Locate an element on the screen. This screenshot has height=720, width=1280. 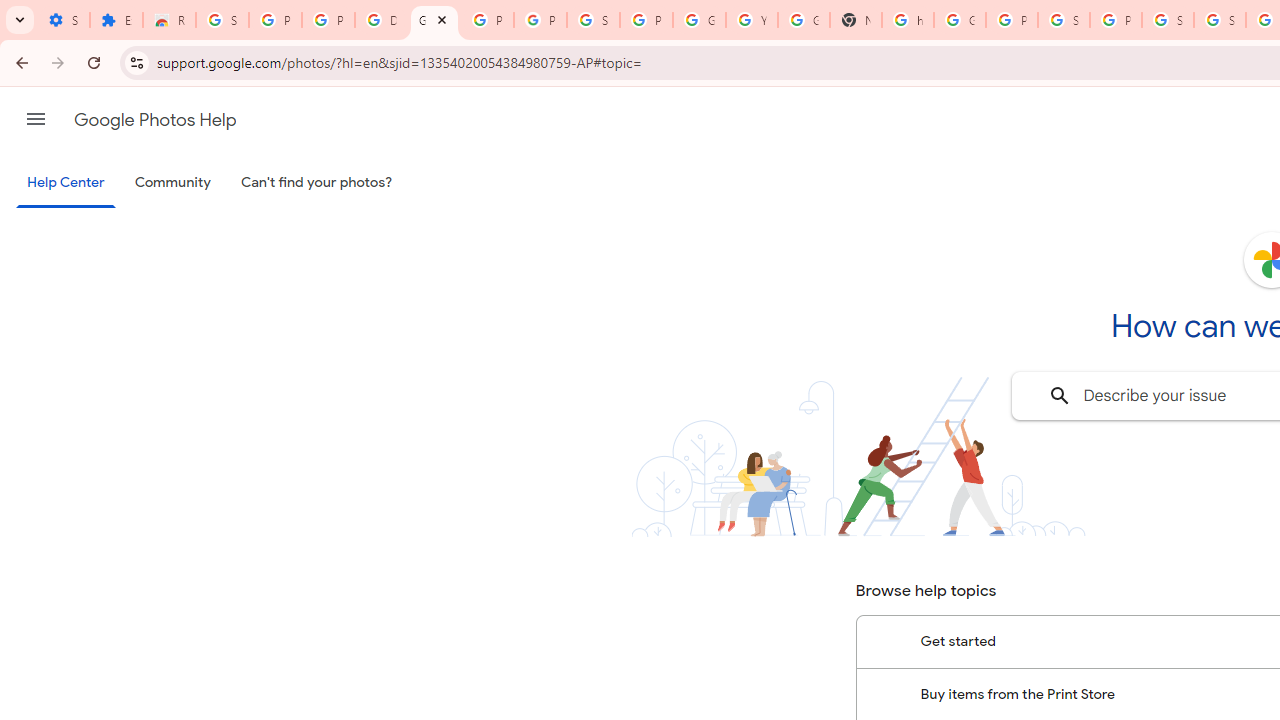
'Google Photos Help' is located at coordinates (154, 119).